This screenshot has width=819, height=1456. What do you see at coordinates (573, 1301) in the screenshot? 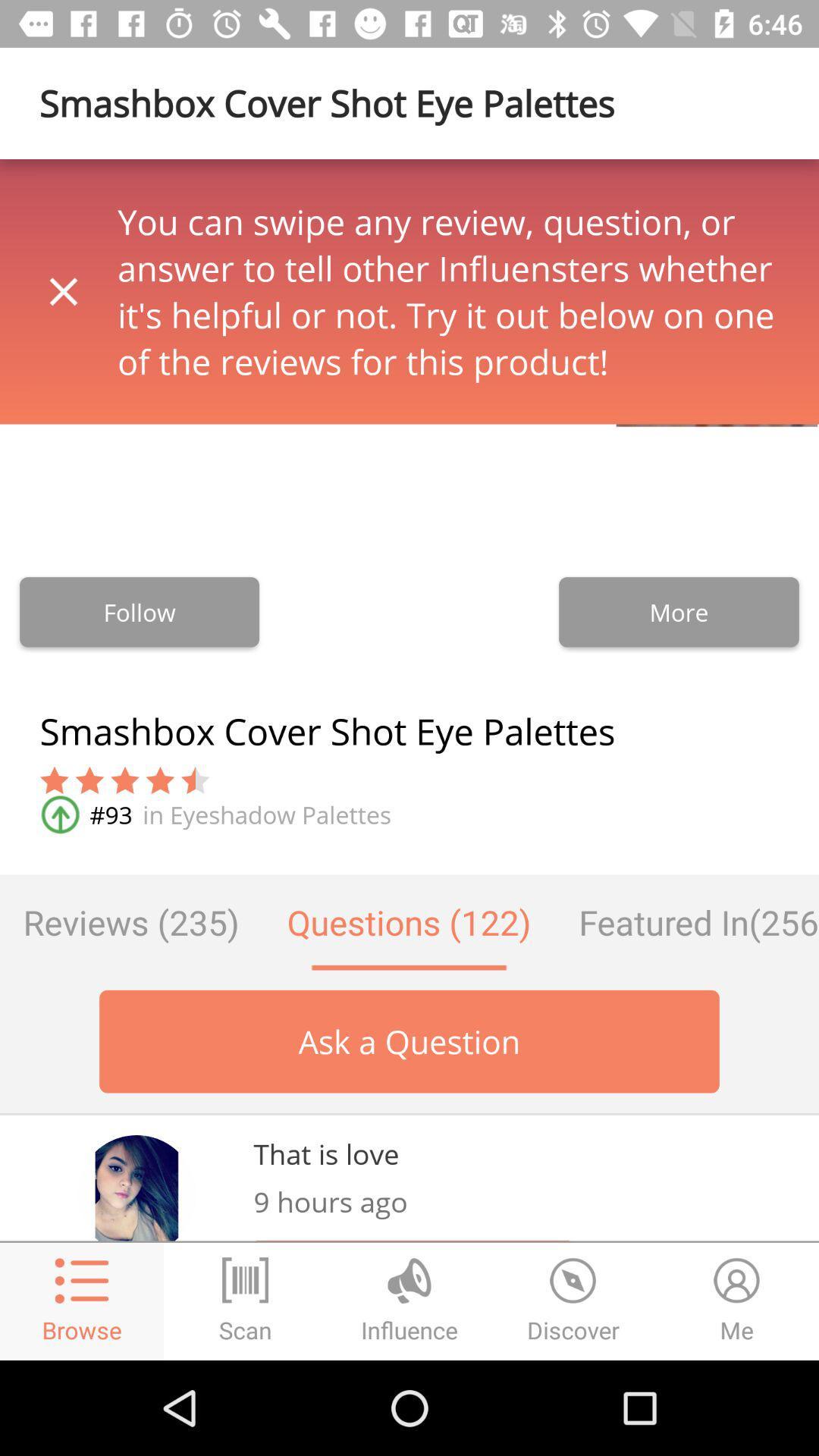
I see `the time icon` at bounding box center [573, 1301].